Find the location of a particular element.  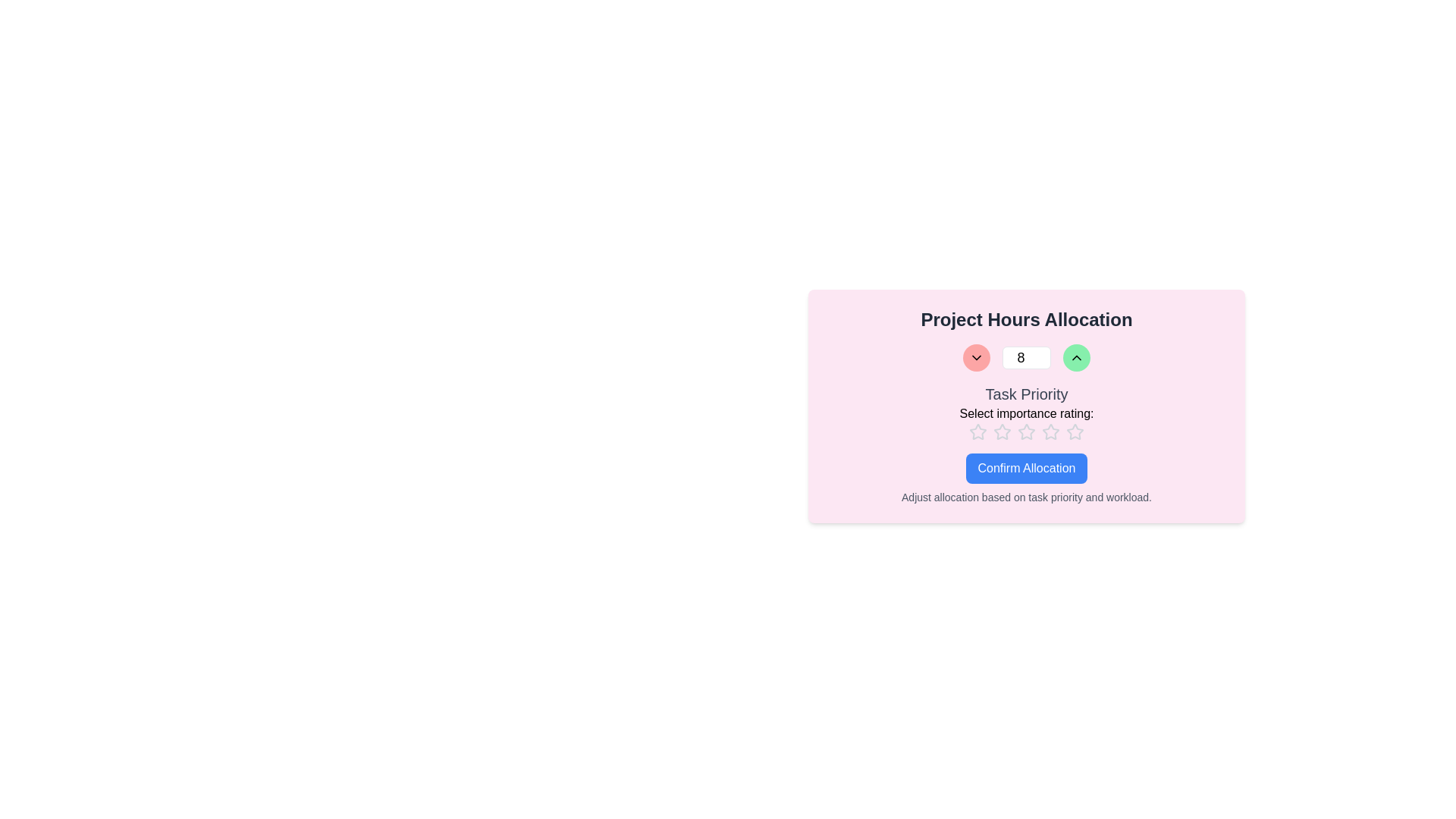

the first star icon in the rating input is located at coordinates (1002, 431).